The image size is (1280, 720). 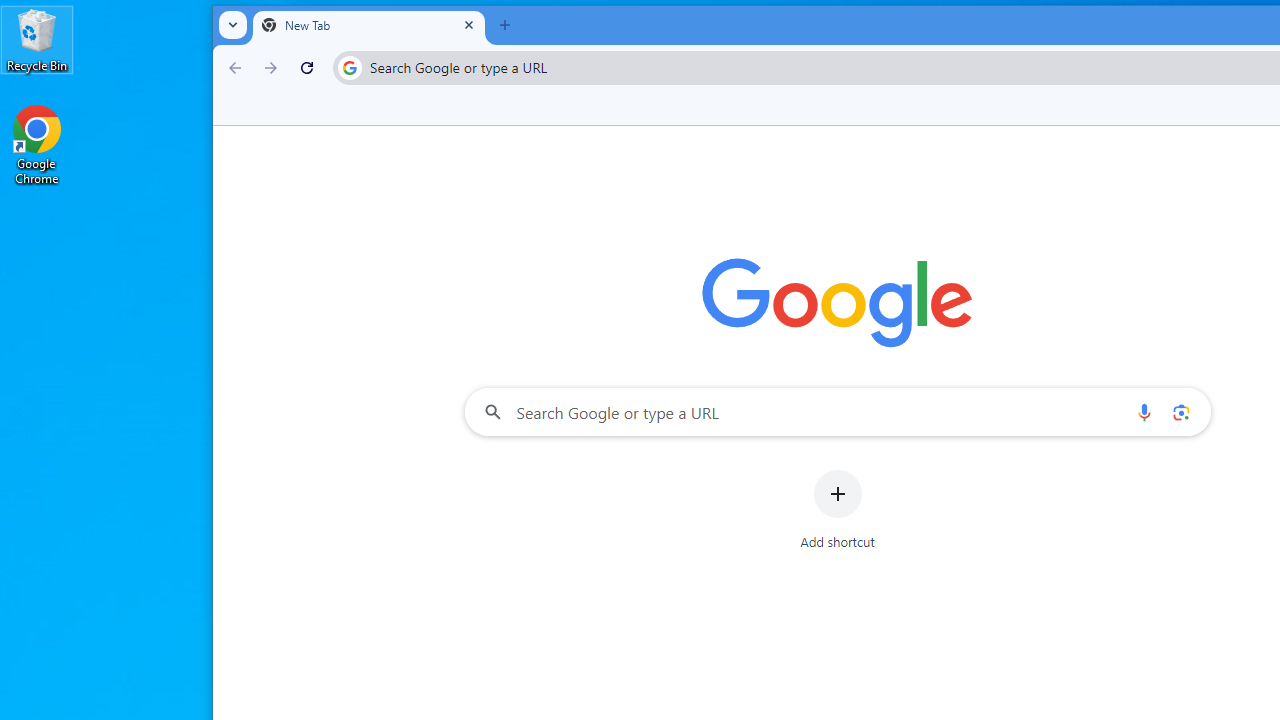 I want to click on 'Google Chrome', so click(x=37, y=144).